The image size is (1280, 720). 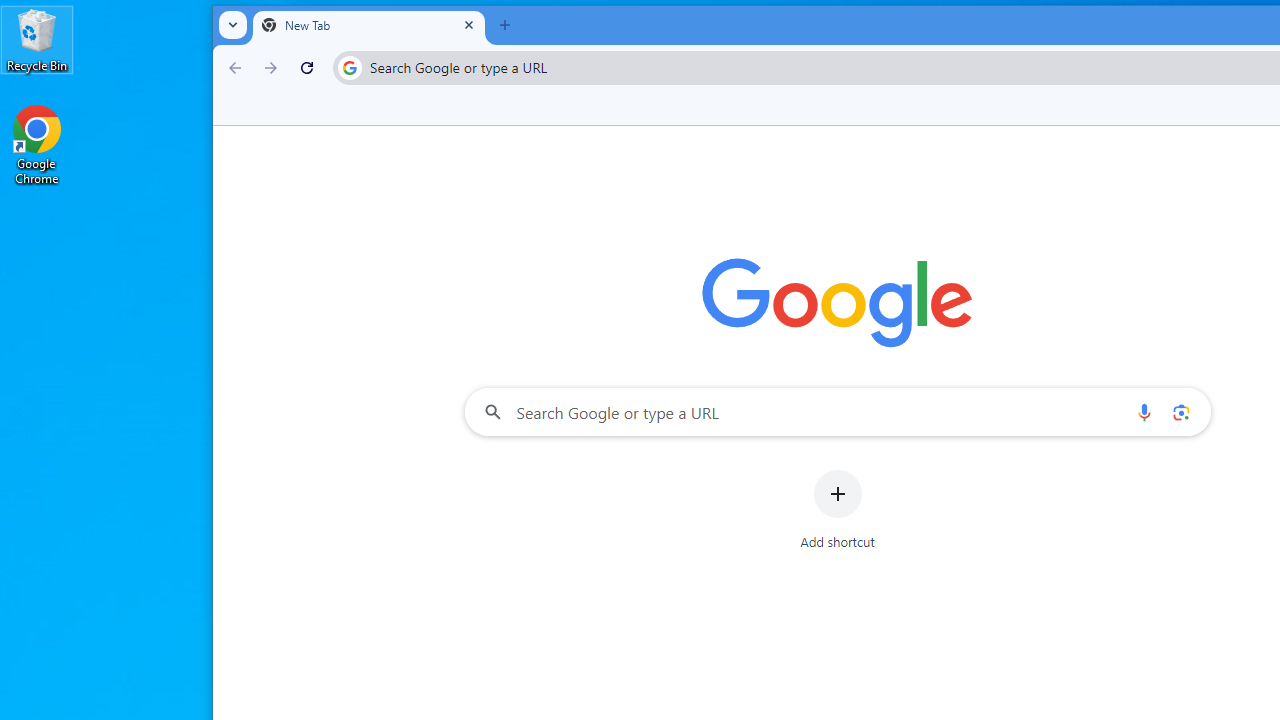 I want to click on 'Google Chrome', so click(x=37, y=144).